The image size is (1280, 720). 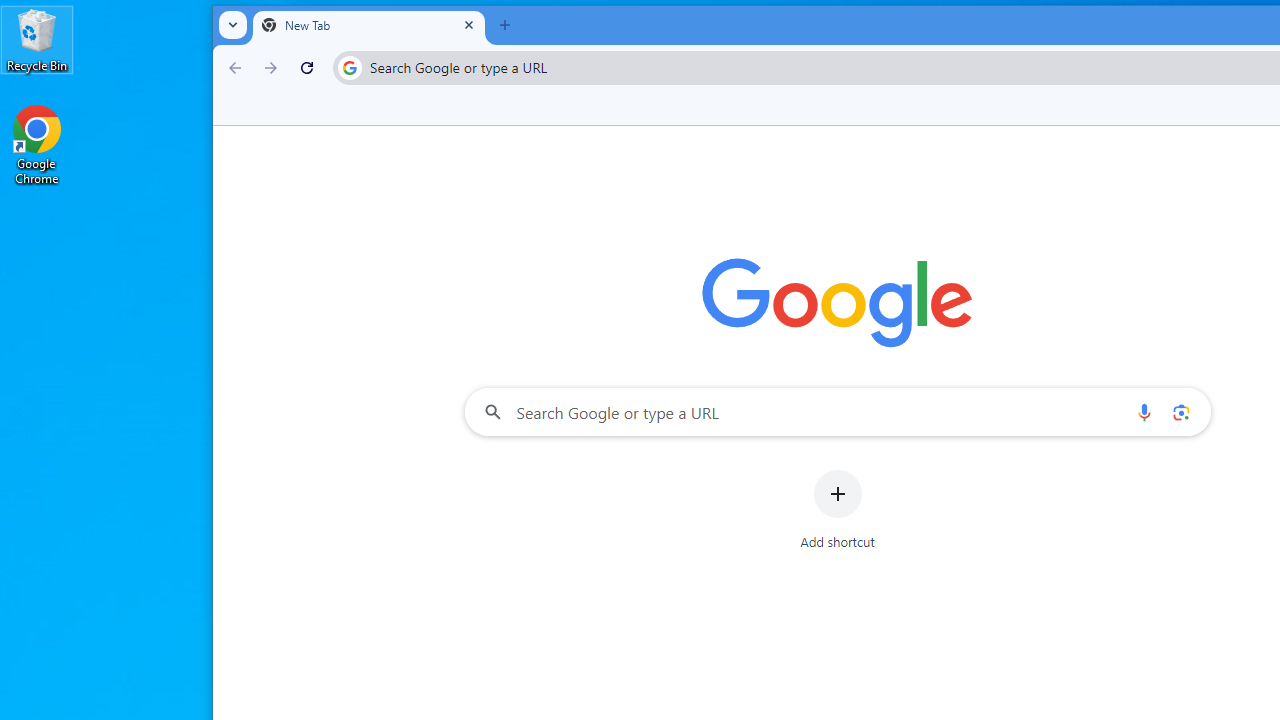 I want to click on 'Google Chrome', so click(x=37, y=144).